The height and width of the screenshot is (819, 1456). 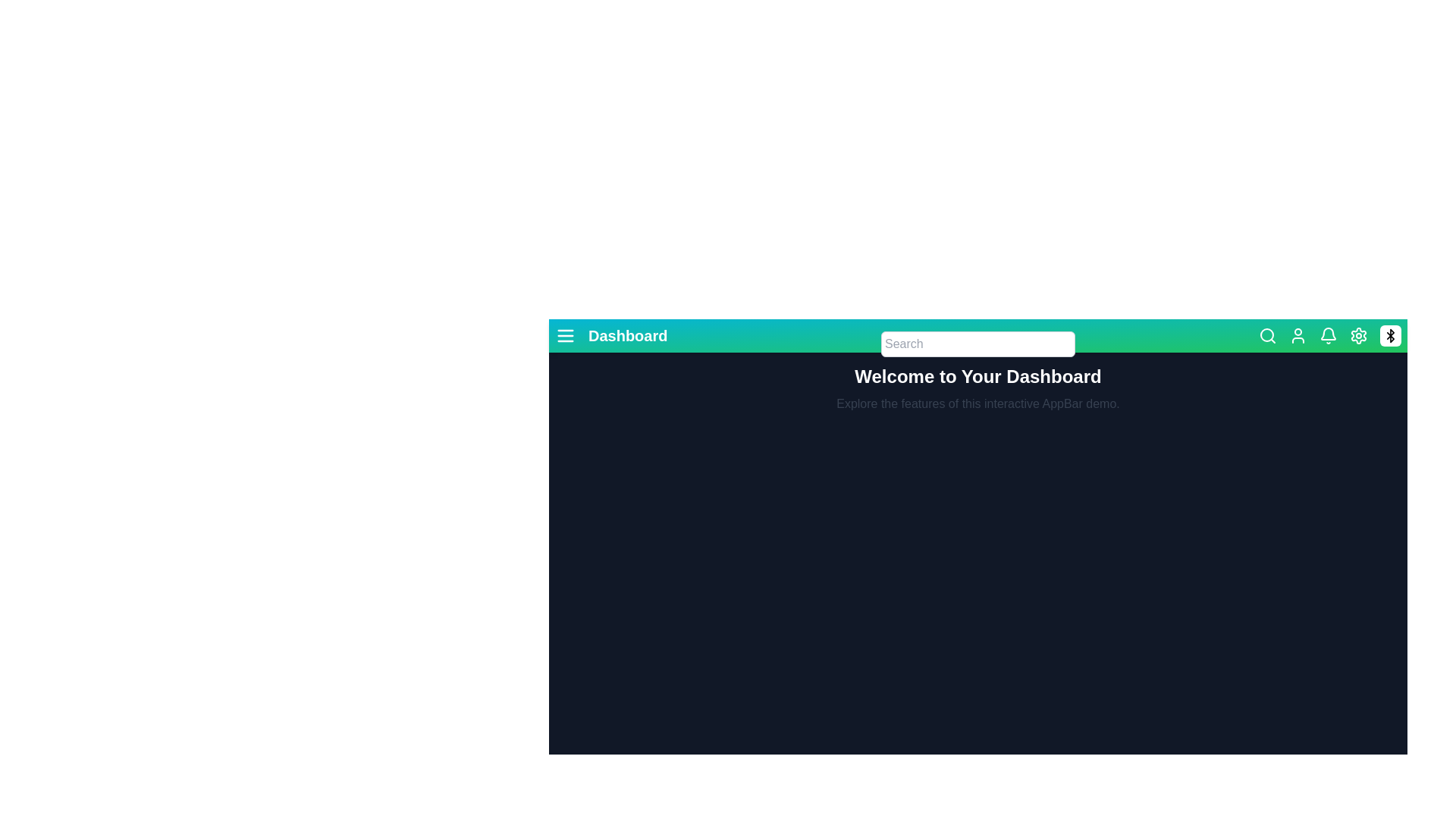 I want to click on the theme toggle button to switch between dark and light modes, so click(x=1390, y=335).